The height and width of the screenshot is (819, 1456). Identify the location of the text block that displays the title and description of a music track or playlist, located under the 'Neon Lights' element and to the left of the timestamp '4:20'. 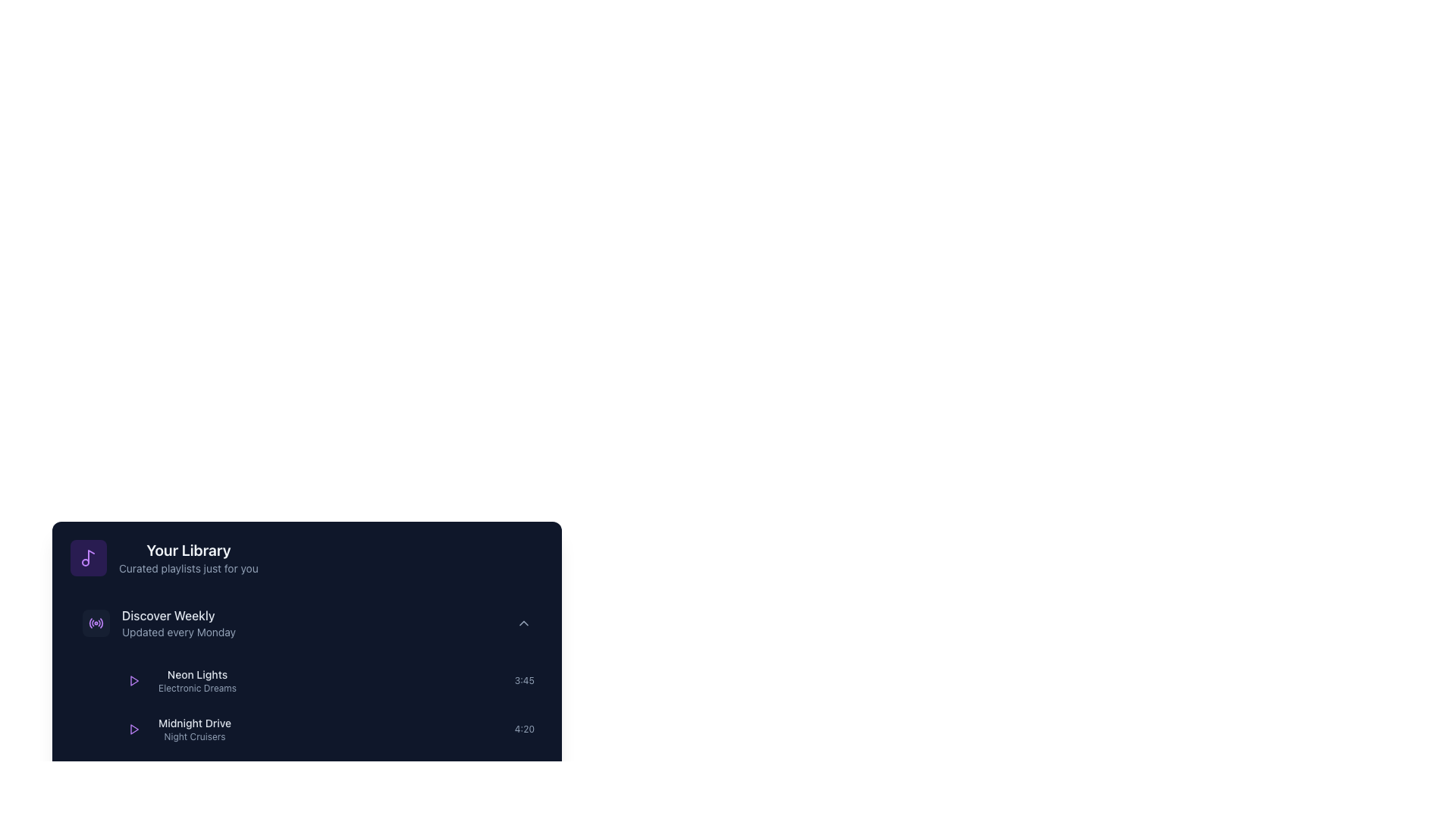
(177, 728).